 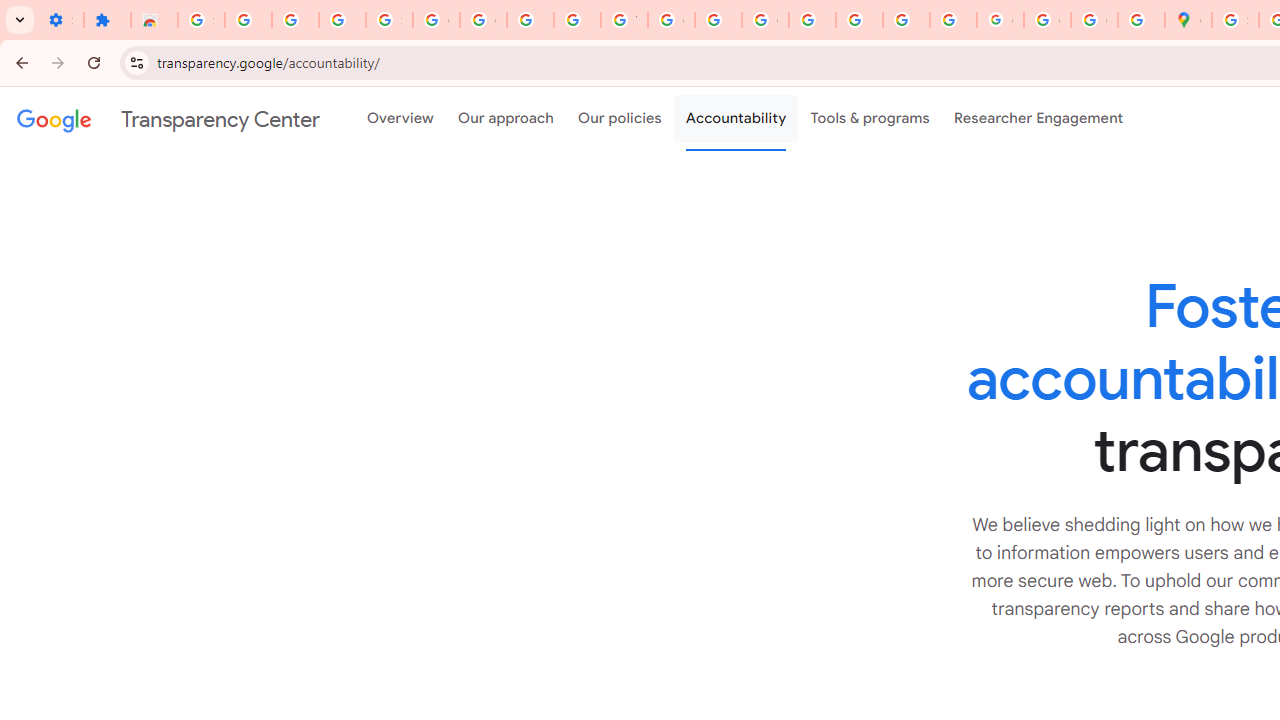 I want to click on 'Settings - On startup', so click(x=60, y=20).